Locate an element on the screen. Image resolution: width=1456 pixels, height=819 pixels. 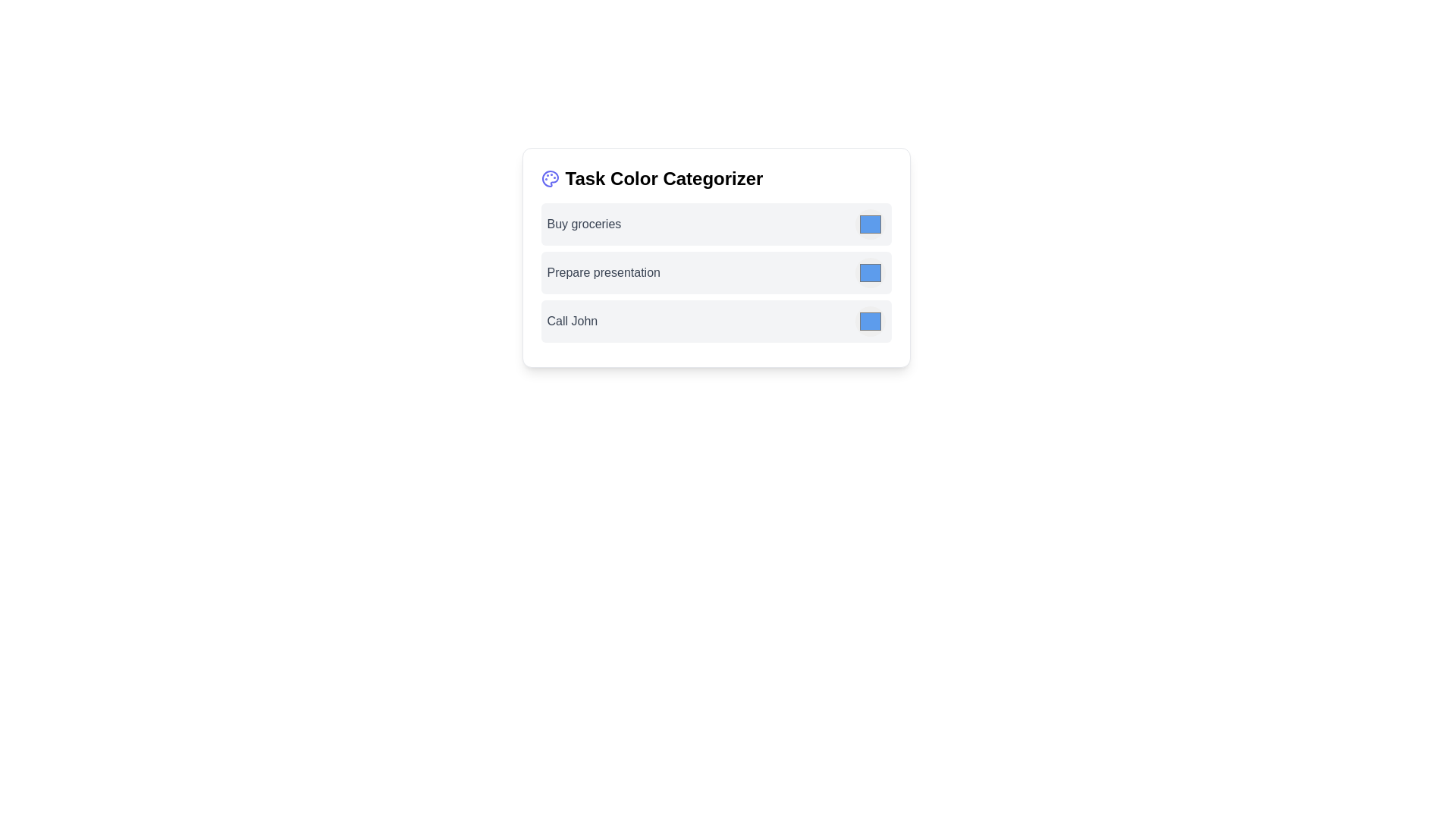
the task item labeled 'Call John' in the third row of the to-do list is located at coordinates (715, 321).